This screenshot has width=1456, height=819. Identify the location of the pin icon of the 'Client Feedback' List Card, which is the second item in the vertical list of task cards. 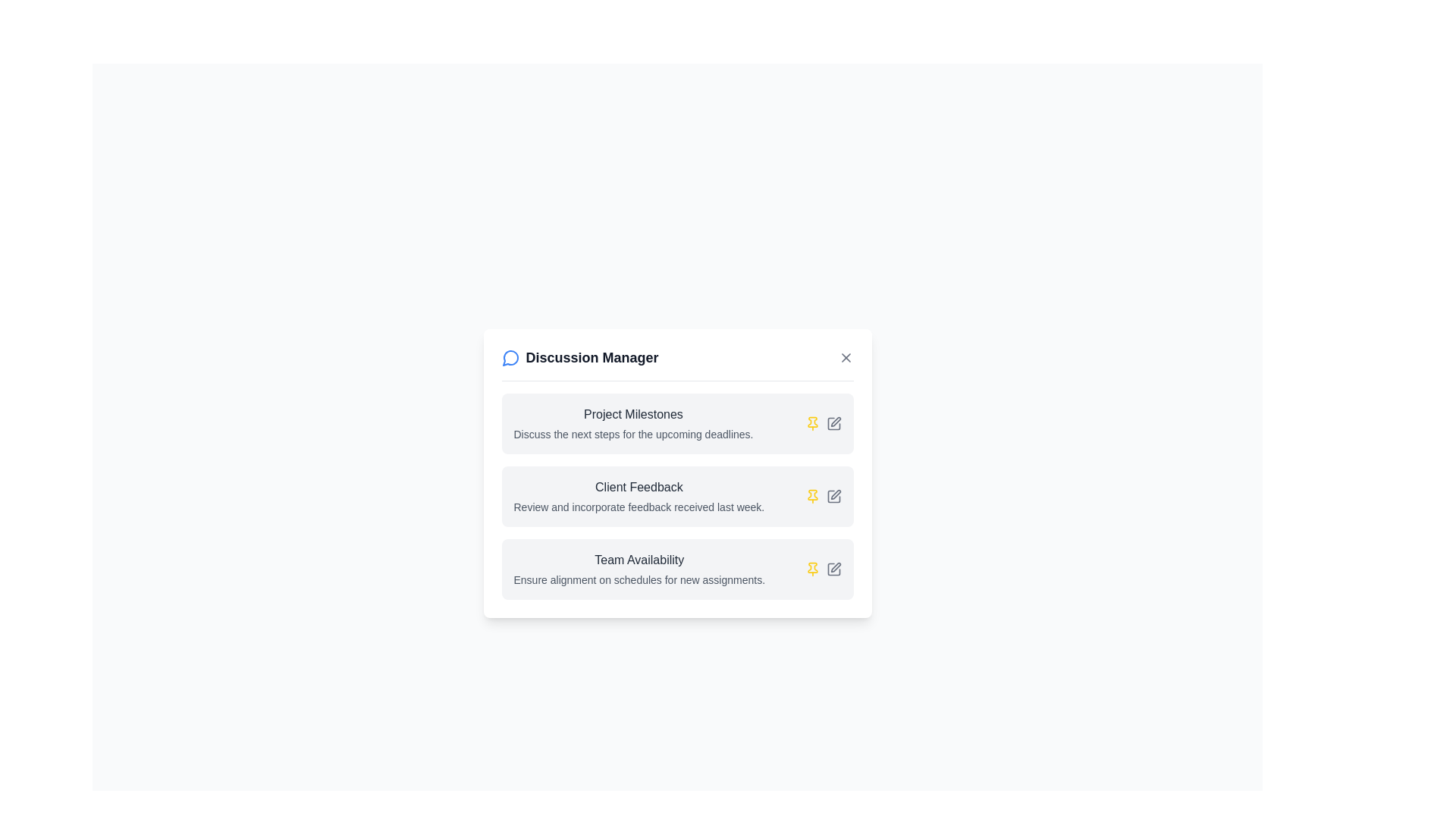
(676, 496).